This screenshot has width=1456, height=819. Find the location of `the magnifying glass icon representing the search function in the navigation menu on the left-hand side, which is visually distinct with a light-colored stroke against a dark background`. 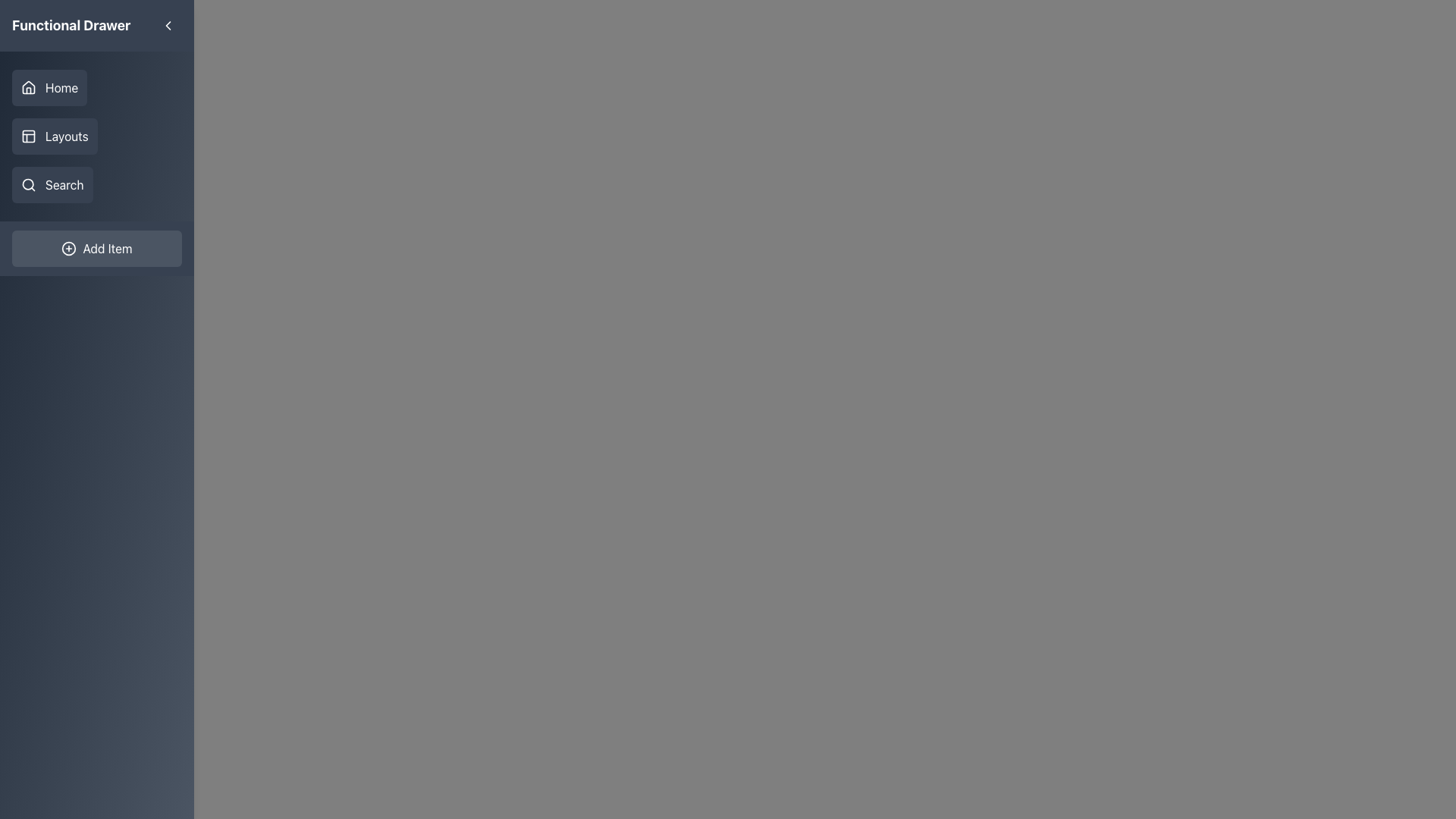

the magnifying glass icon representing the search function in the navigation menu on the left-hand side, which is visually distinct with a light-colored stroke against a dark background is located at coordinates (29, 184).